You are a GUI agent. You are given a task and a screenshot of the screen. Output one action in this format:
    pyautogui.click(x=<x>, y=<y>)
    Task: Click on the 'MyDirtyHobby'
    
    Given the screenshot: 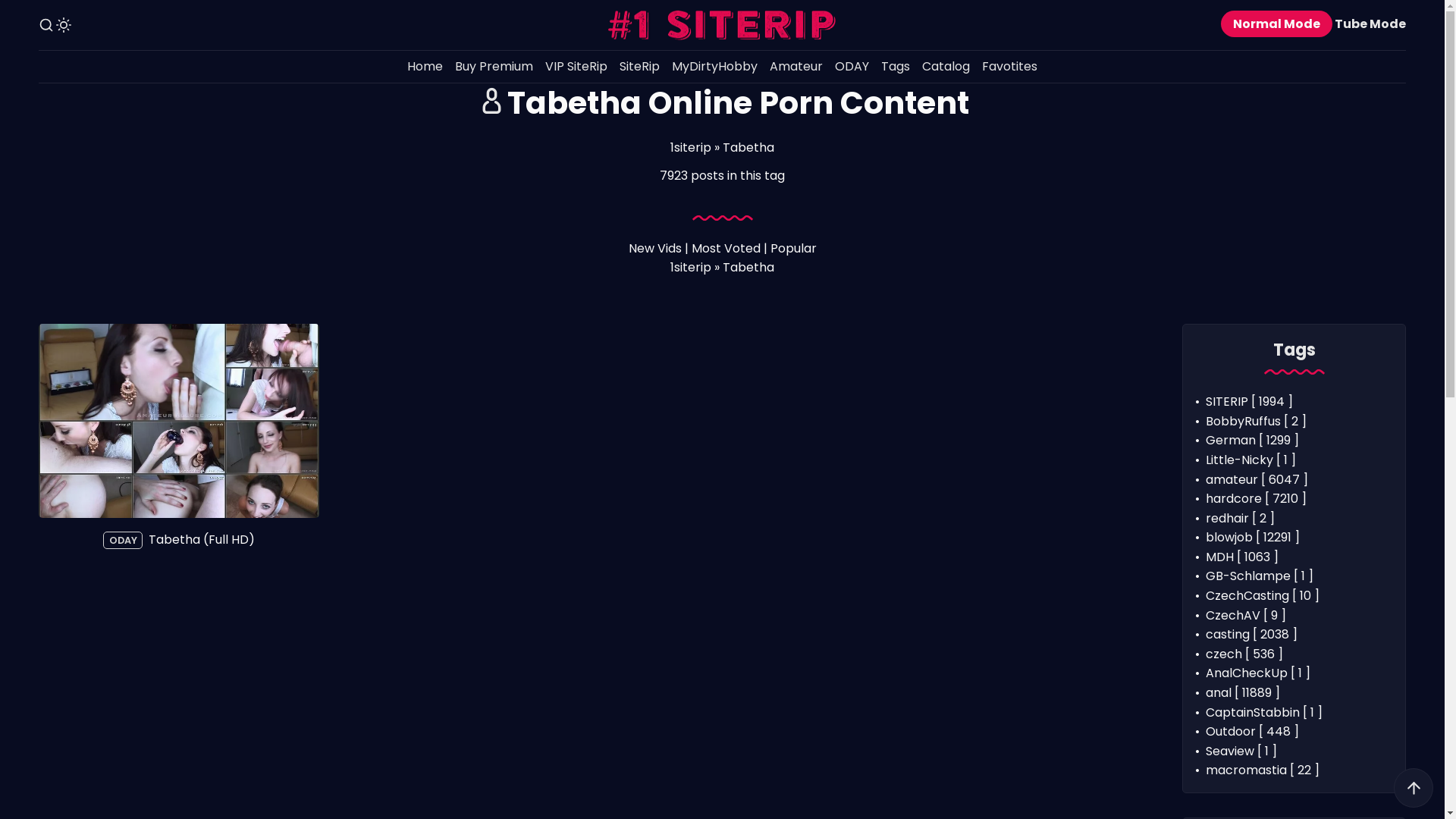 What is the action you would take?
    pyautogui.click(x=714, y=66)
    